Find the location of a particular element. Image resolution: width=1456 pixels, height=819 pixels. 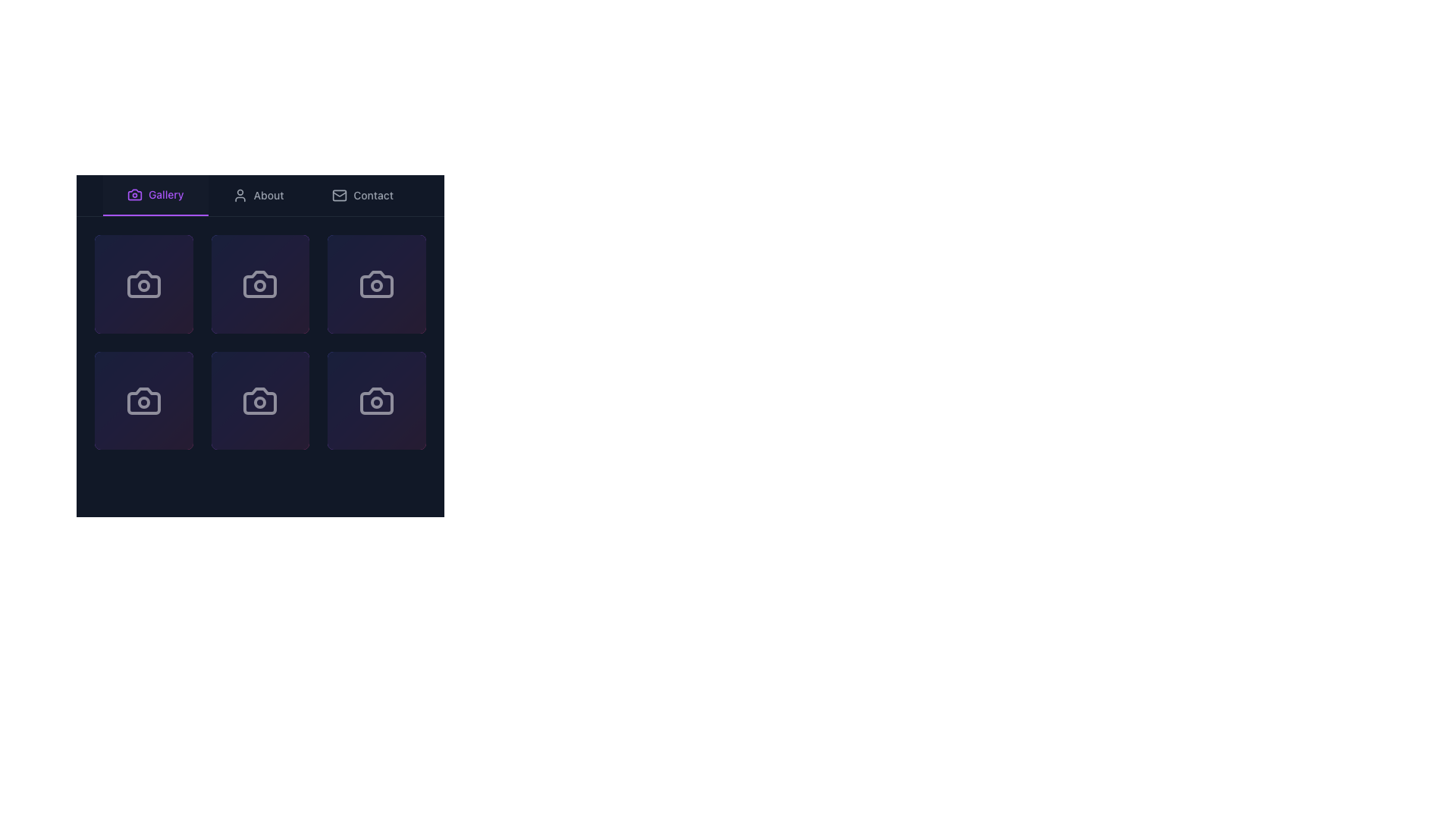

the center of the square-shaped button with a gradient background transitioning from indigo to pink, which features a centered white camera icon is located at coordinates (143, 284).